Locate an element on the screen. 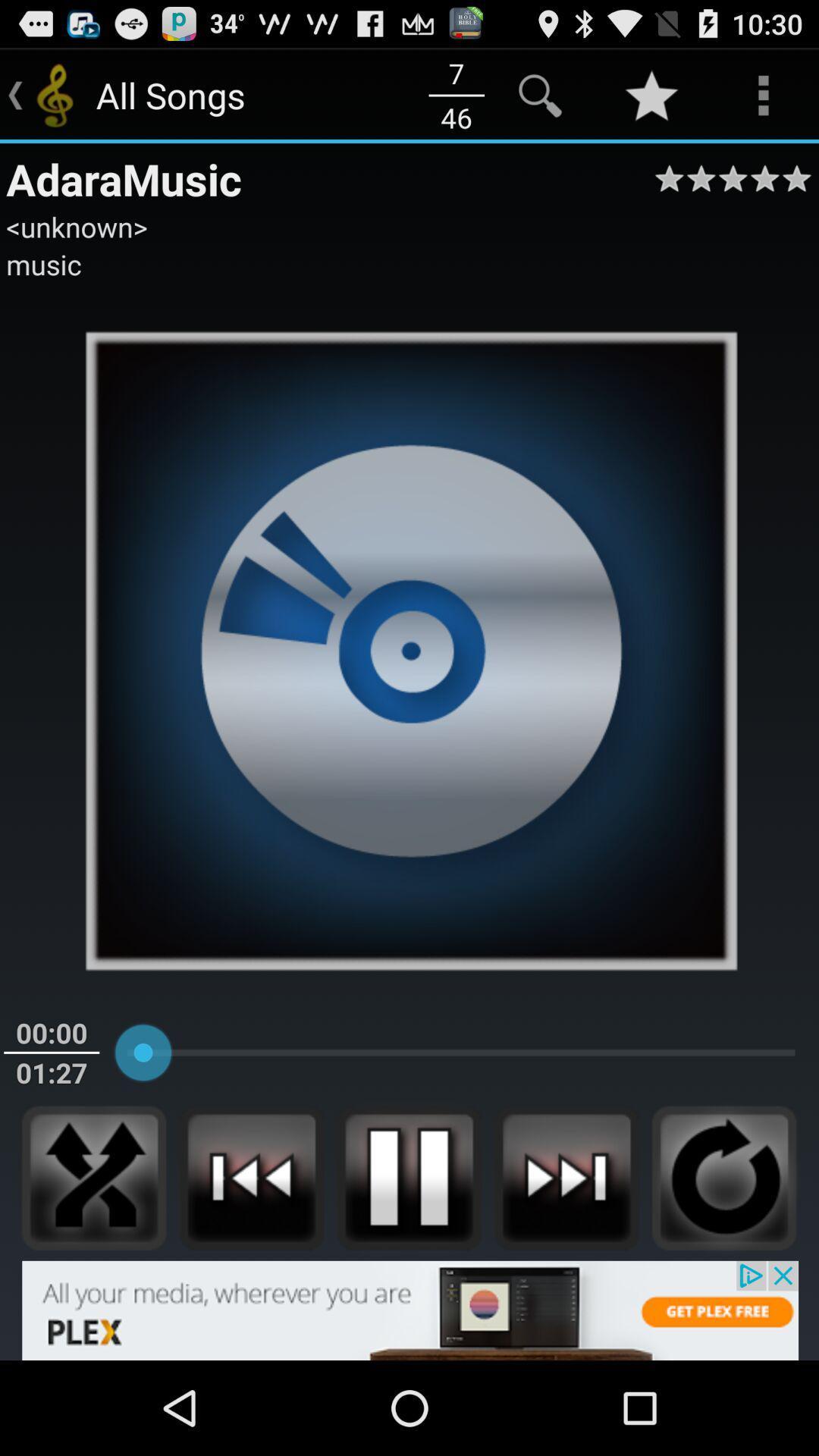 This screenshot has width=819, height=1456. the av_rewind icon is located at coordinates (250, 1260).